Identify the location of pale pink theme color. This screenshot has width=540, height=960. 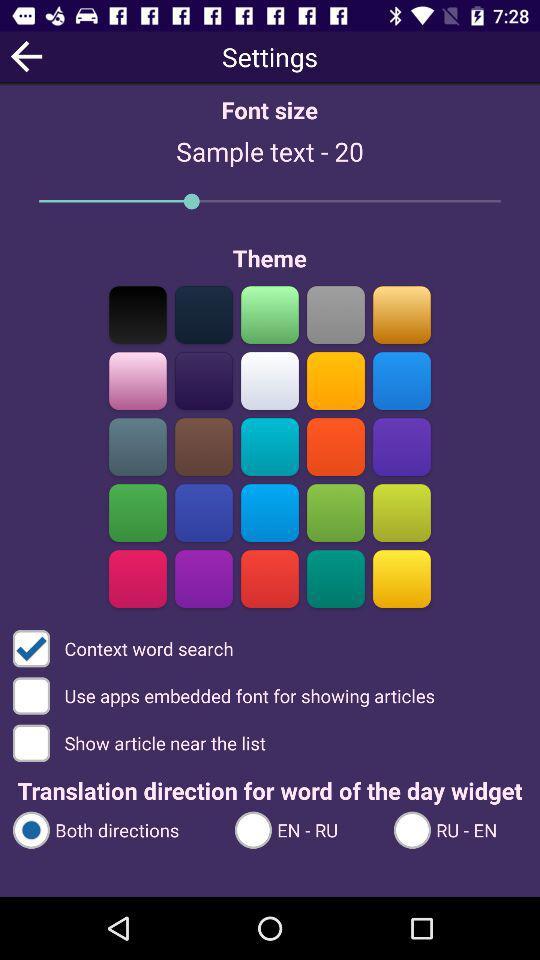
(137, 380).